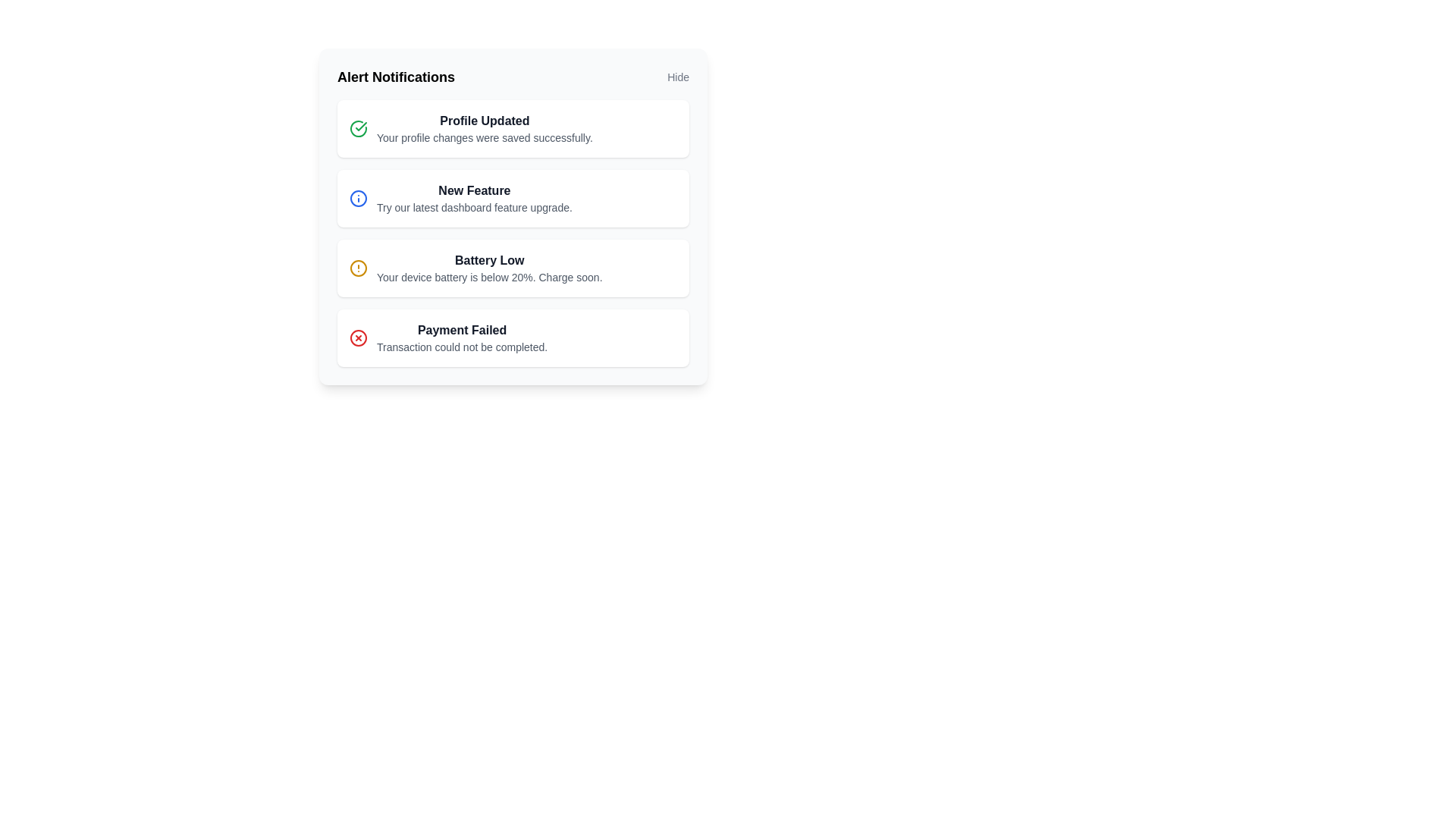  Describe the element at coordinates (360, 125) in the screenshot. I see `the green checkmark icon within the SVG graphic that signifies confirmation for the 'Profile Updated' notification` at that location.